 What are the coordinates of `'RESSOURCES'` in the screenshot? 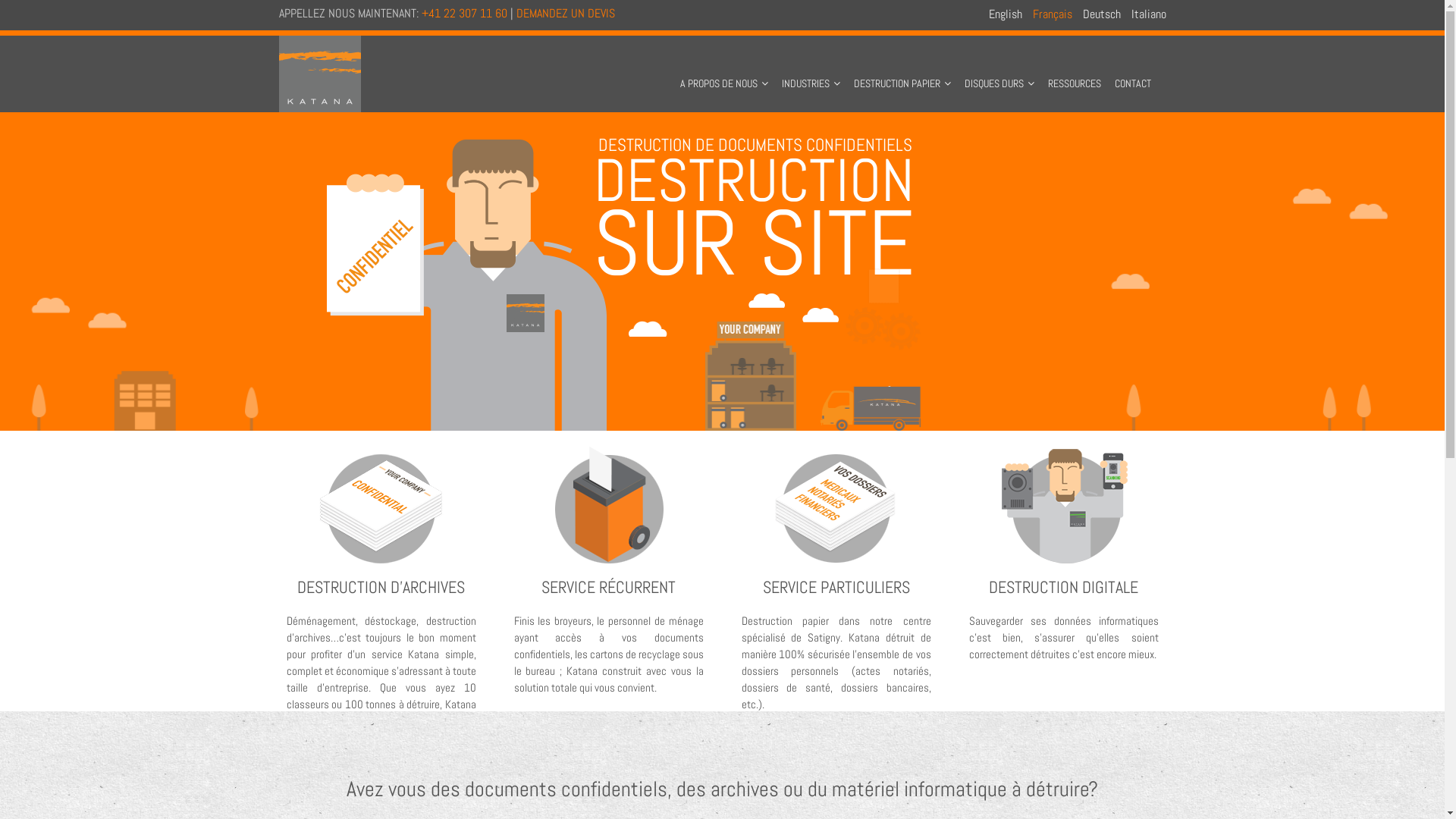 It's located at (1073, 71).